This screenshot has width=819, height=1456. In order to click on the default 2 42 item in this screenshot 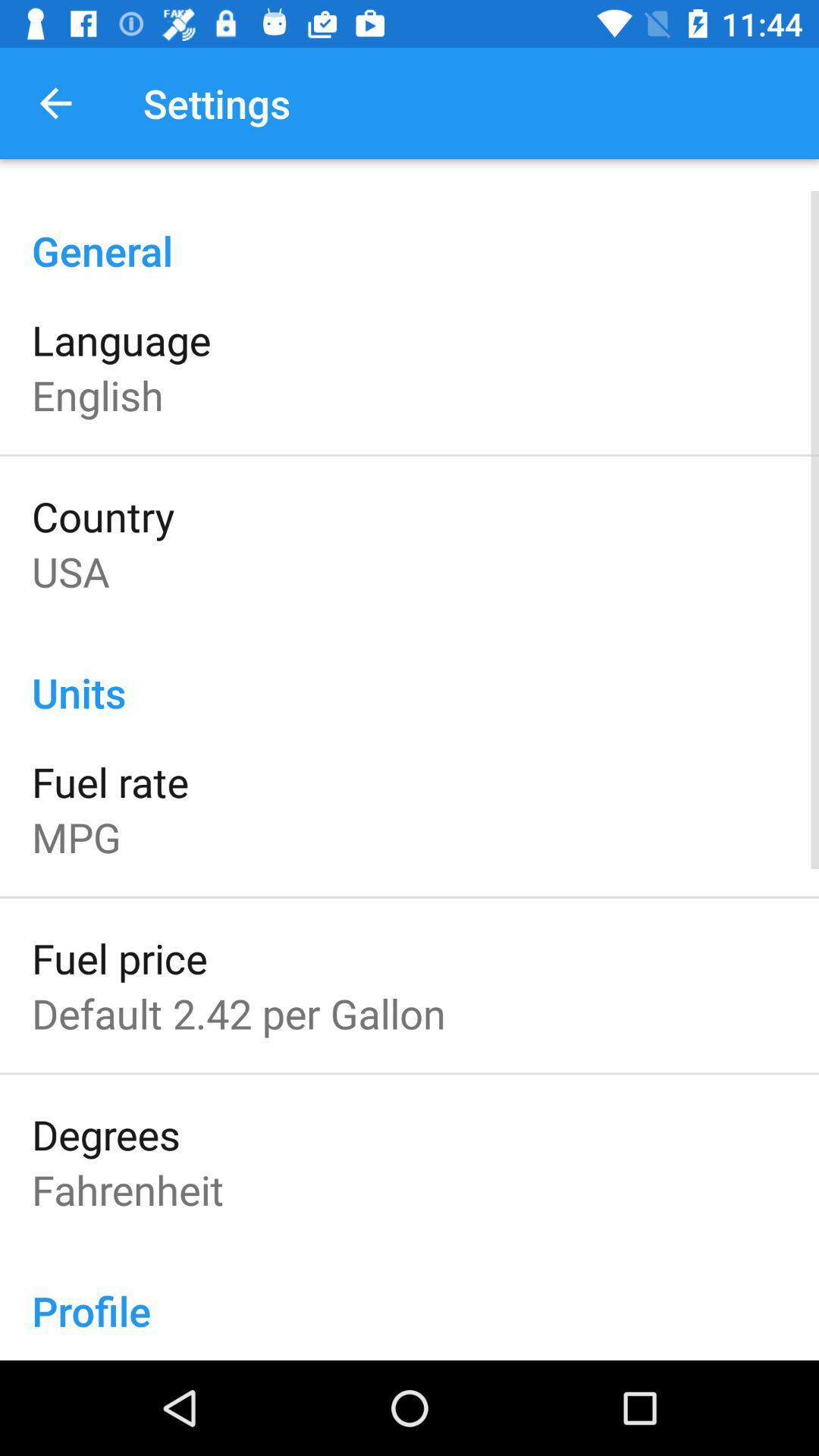, I will do `click(239, 1013)`.